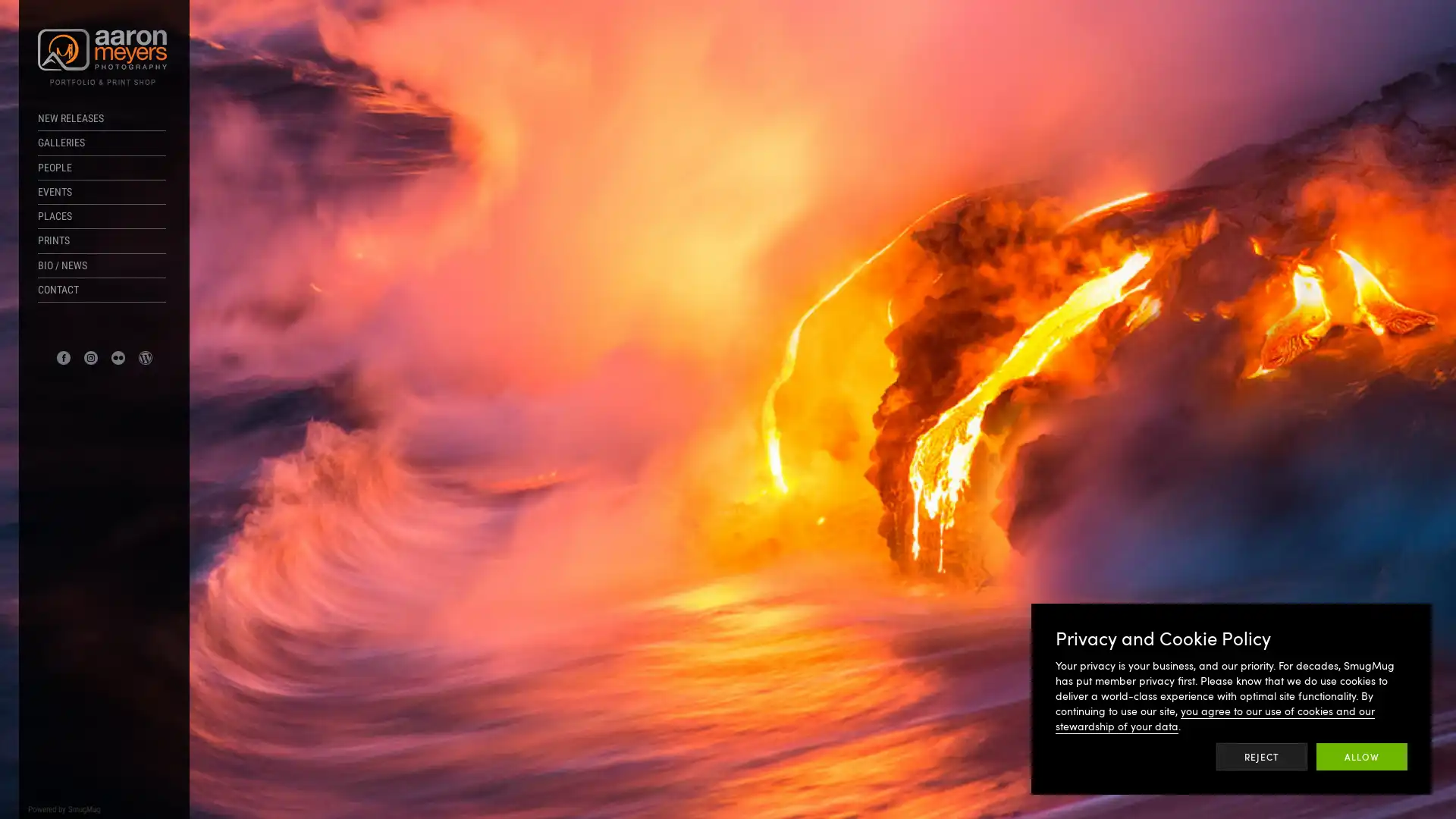 The height and width of the screenshot is (819, 1456). I want to click on REJECT, so click(1262, 757).